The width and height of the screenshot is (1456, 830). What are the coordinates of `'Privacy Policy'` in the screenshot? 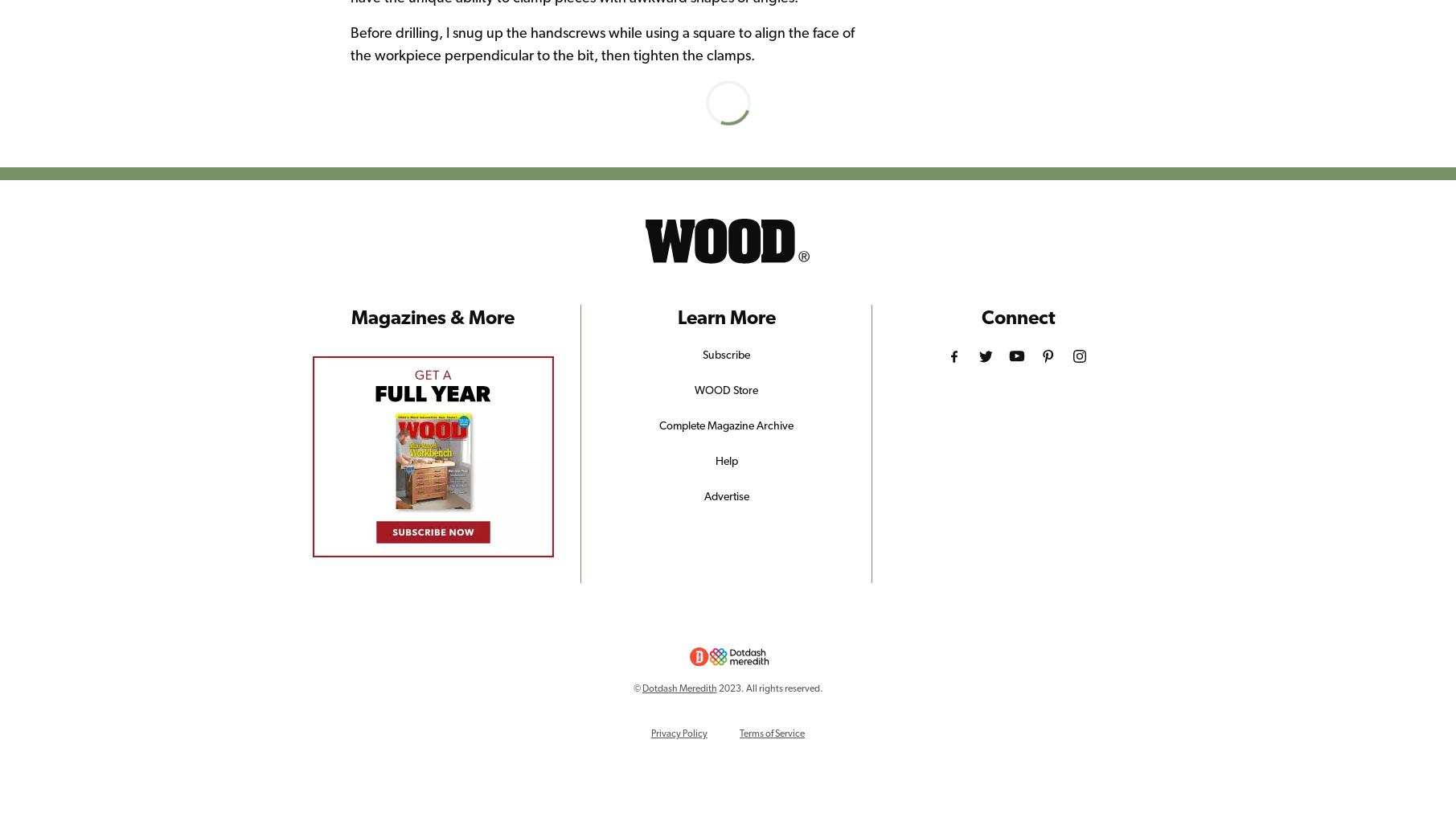 It's located at (651, 732).